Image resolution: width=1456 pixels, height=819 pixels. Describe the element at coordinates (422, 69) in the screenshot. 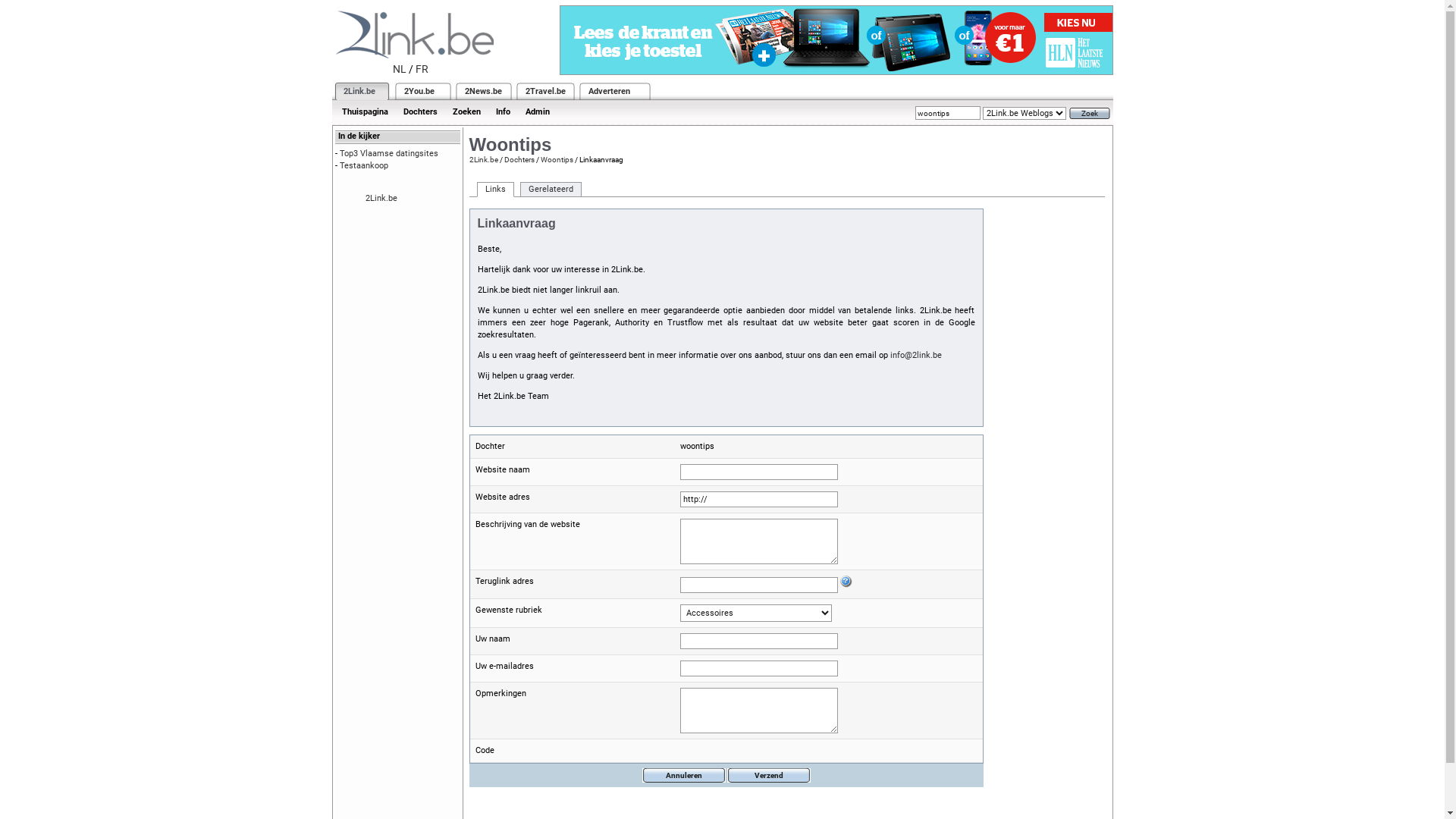

I see `'FR'` at that location.